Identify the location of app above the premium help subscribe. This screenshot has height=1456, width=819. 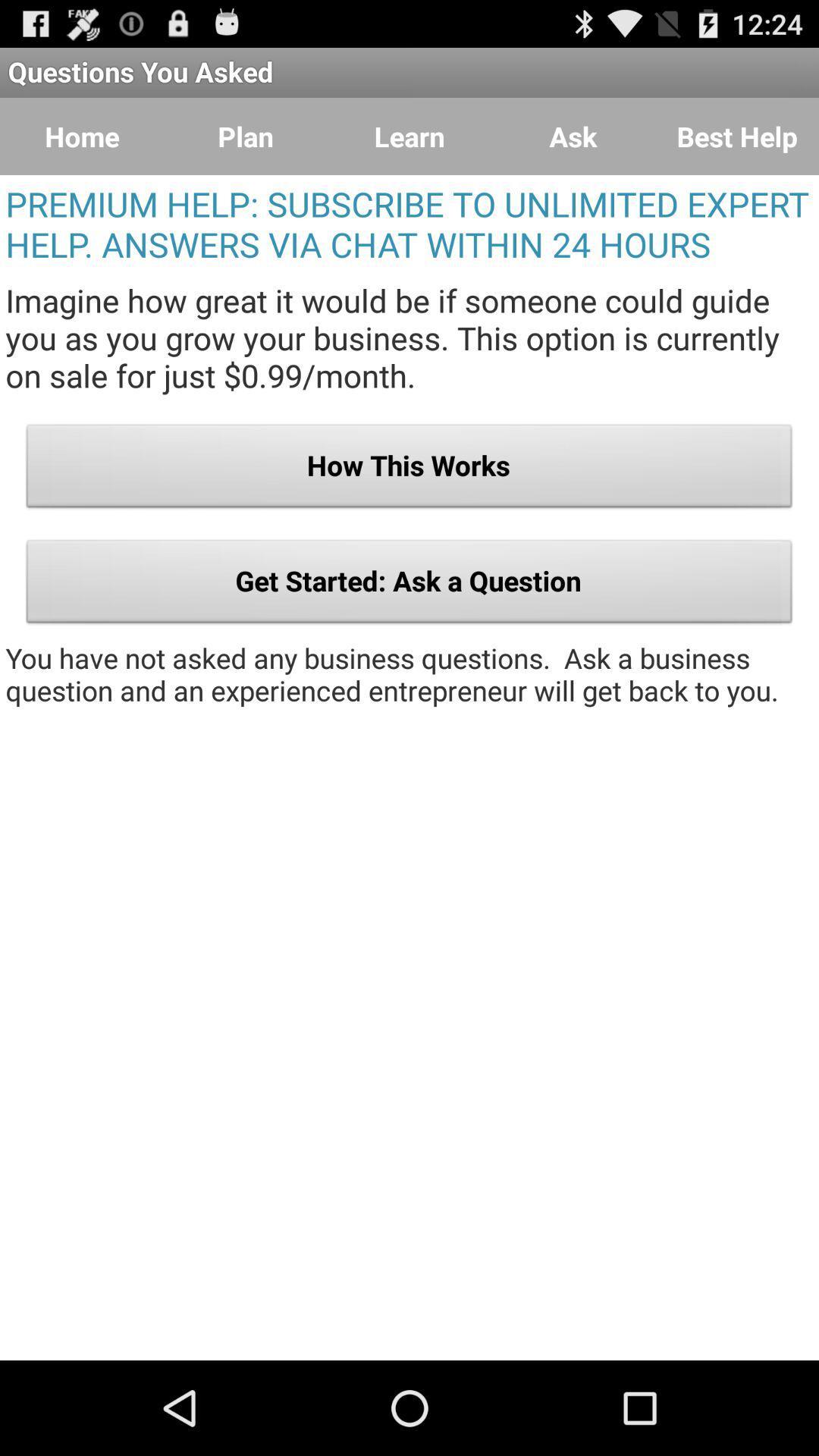
(409, 136).